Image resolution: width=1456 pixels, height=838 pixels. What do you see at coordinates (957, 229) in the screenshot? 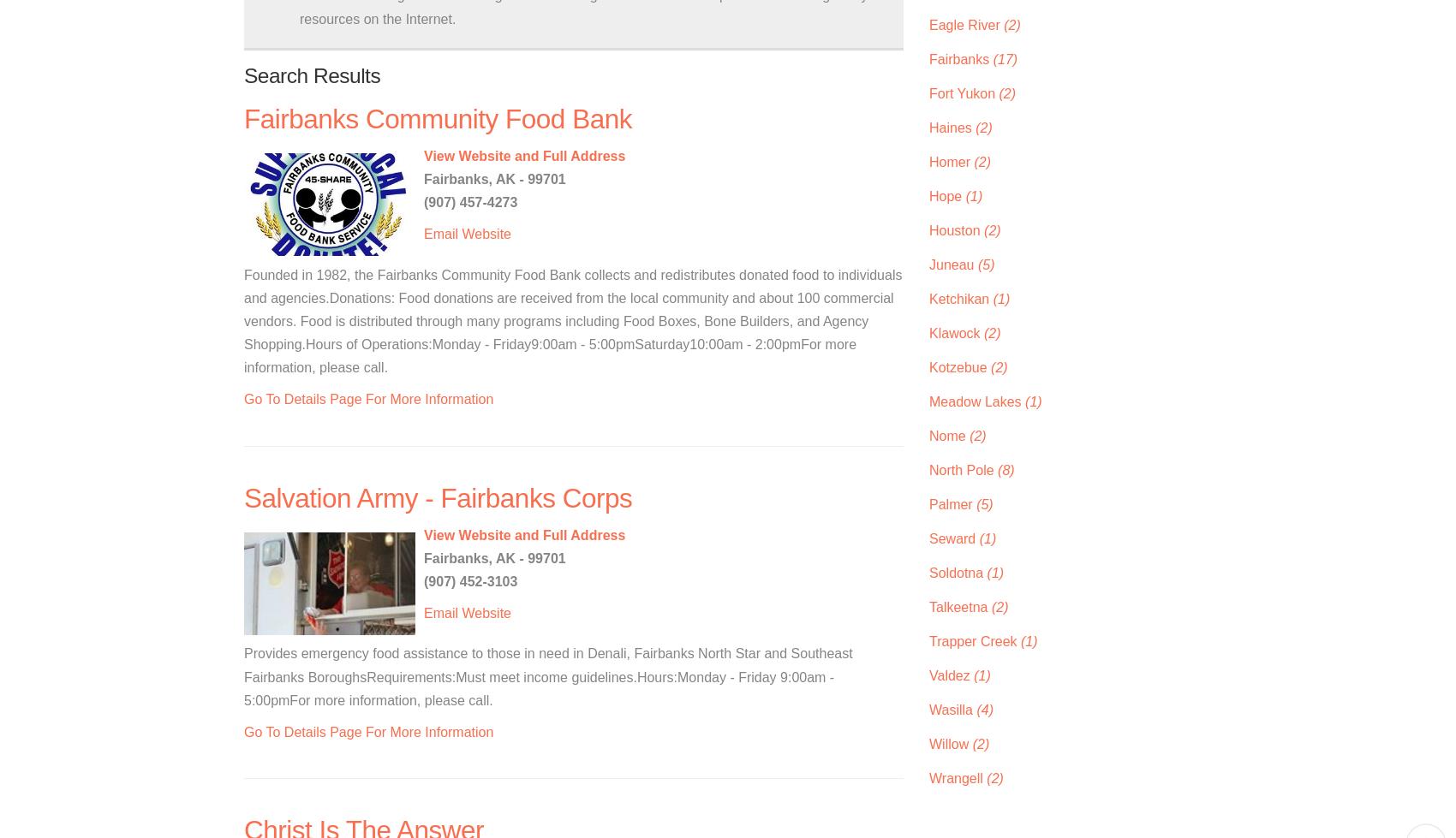
I see `'Houston'` at bounding box center [957, 229].